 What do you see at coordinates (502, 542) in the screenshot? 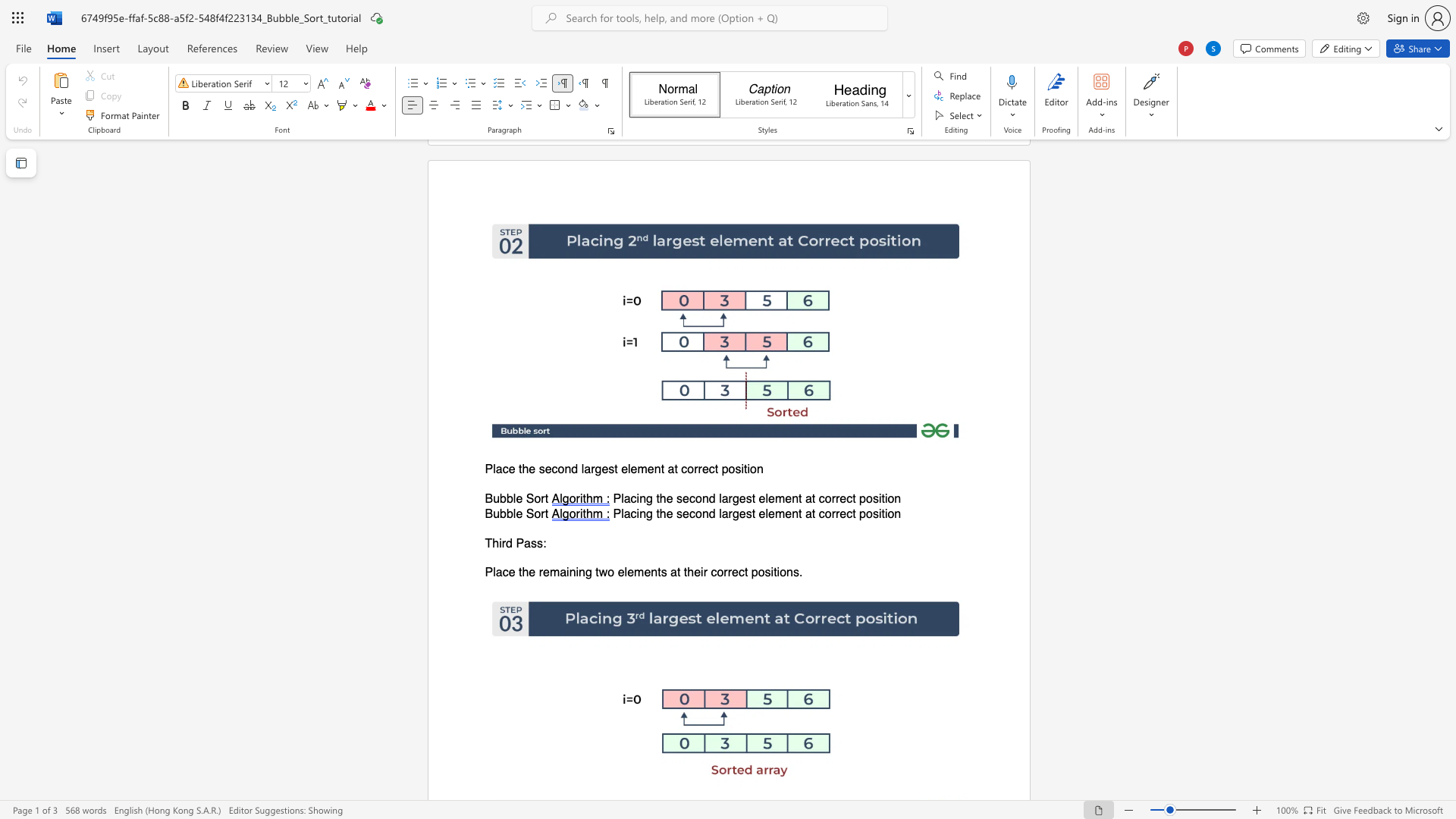
I see `the space between the continuous character "i" and "r" in the text` at bounding box center [502, 542].